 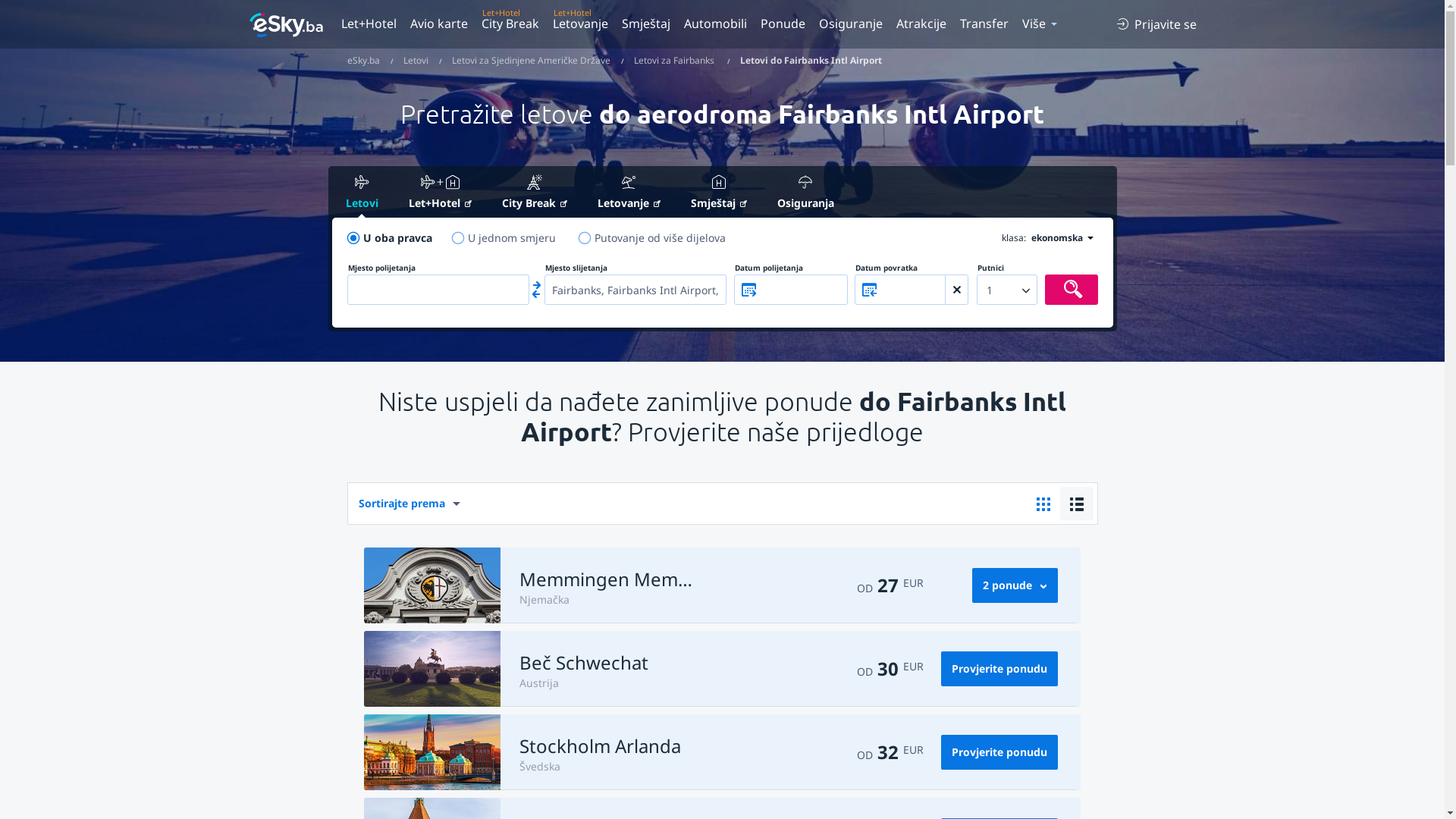 I want to click on '2 ponude', so click(x=971, y=584).